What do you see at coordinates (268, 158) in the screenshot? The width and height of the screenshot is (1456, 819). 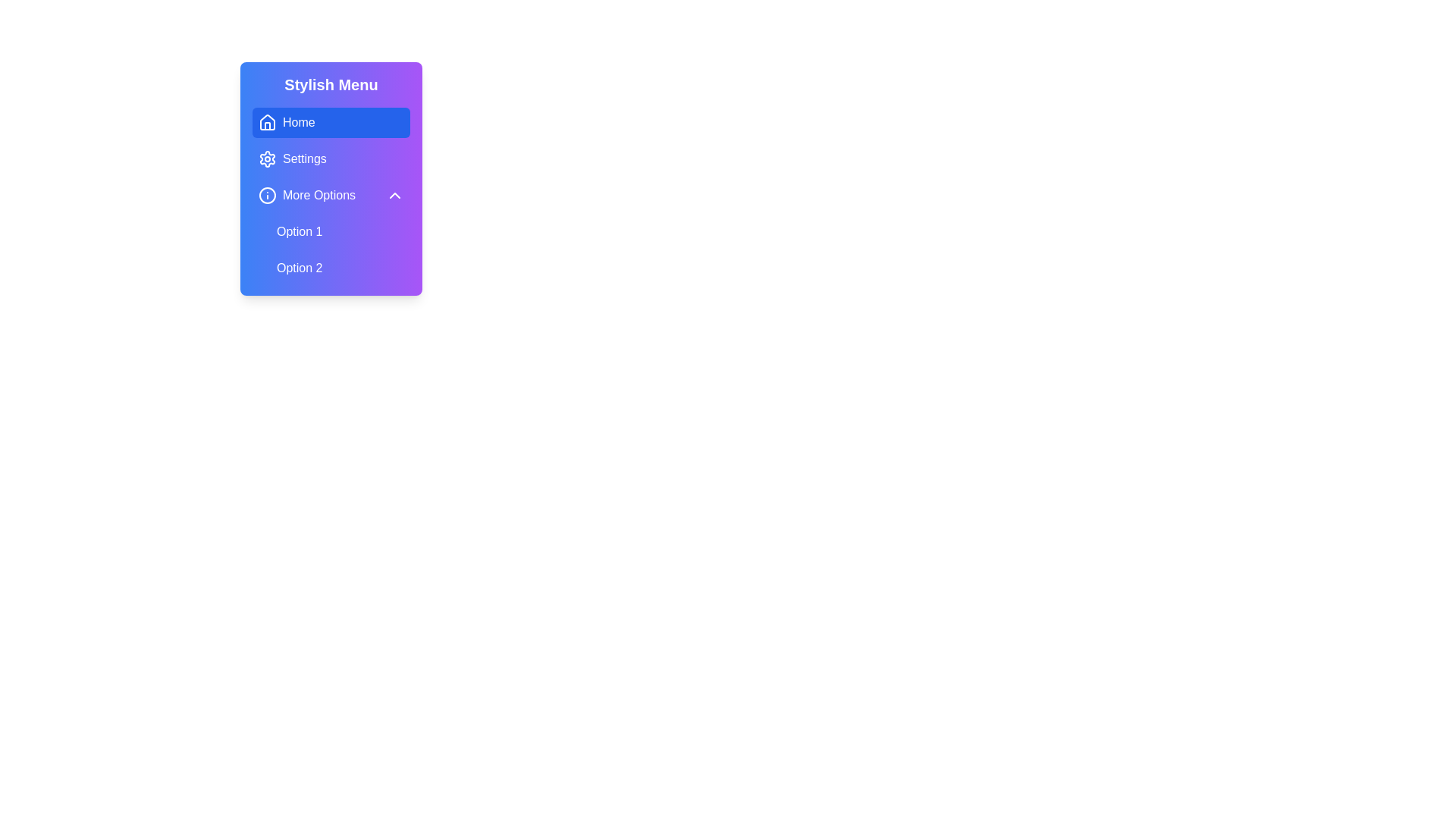 I see `the settings cogwheel icon located to the left of the 'Settings' label in the vertical menu` at bounding box center [268, 158].